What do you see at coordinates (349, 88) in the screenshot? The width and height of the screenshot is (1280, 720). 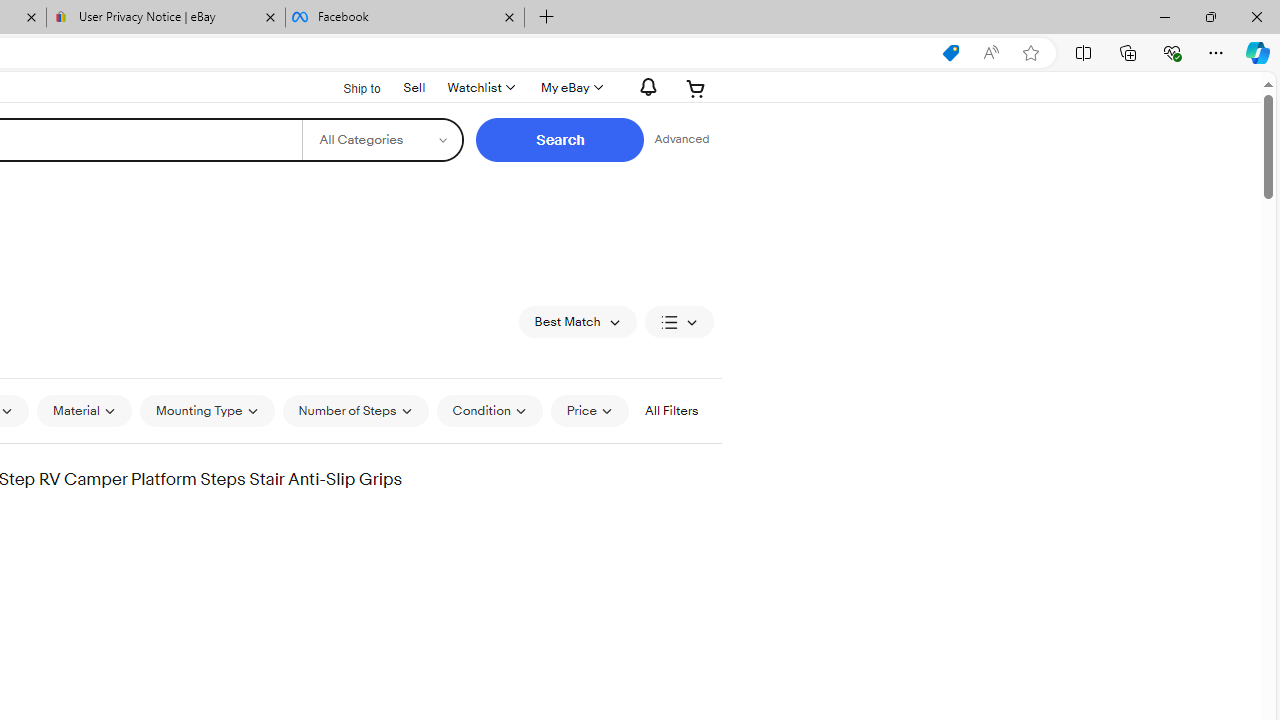 I see `'Ship to'` at bounding box center [349, 88].